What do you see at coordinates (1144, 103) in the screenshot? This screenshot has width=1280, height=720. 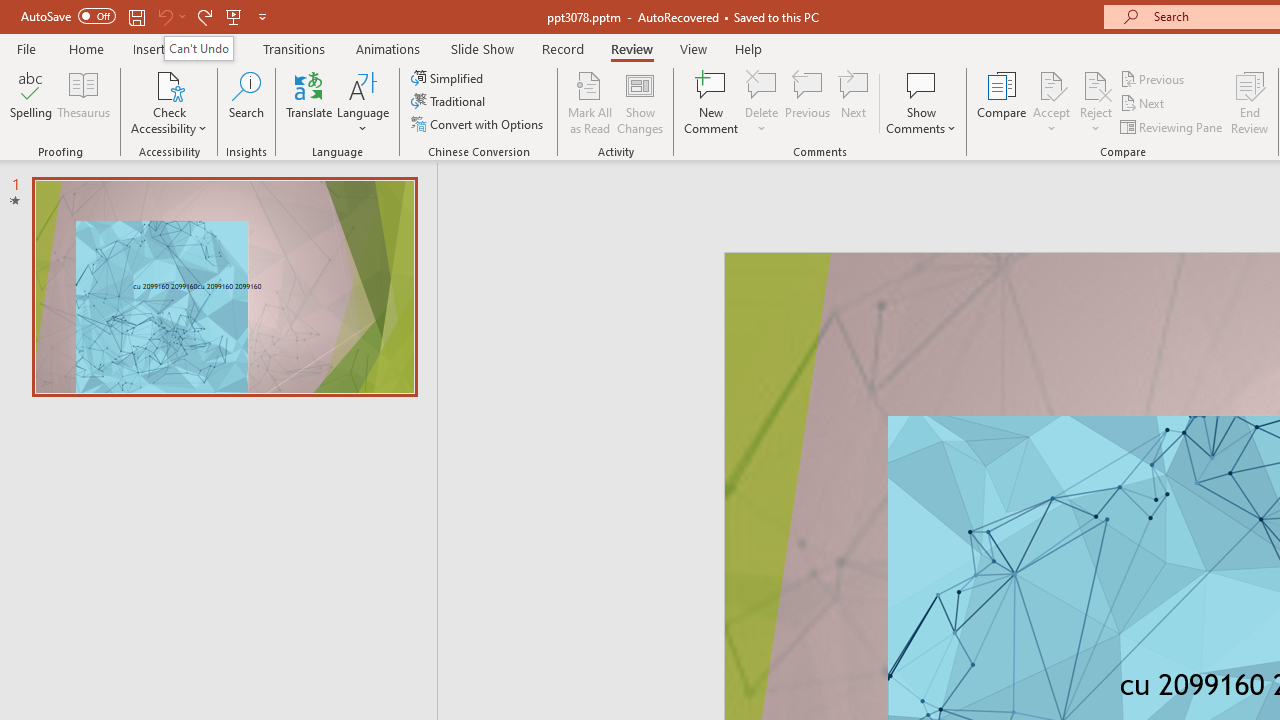 I see `'Next'` at bounding box center [1144, 103].